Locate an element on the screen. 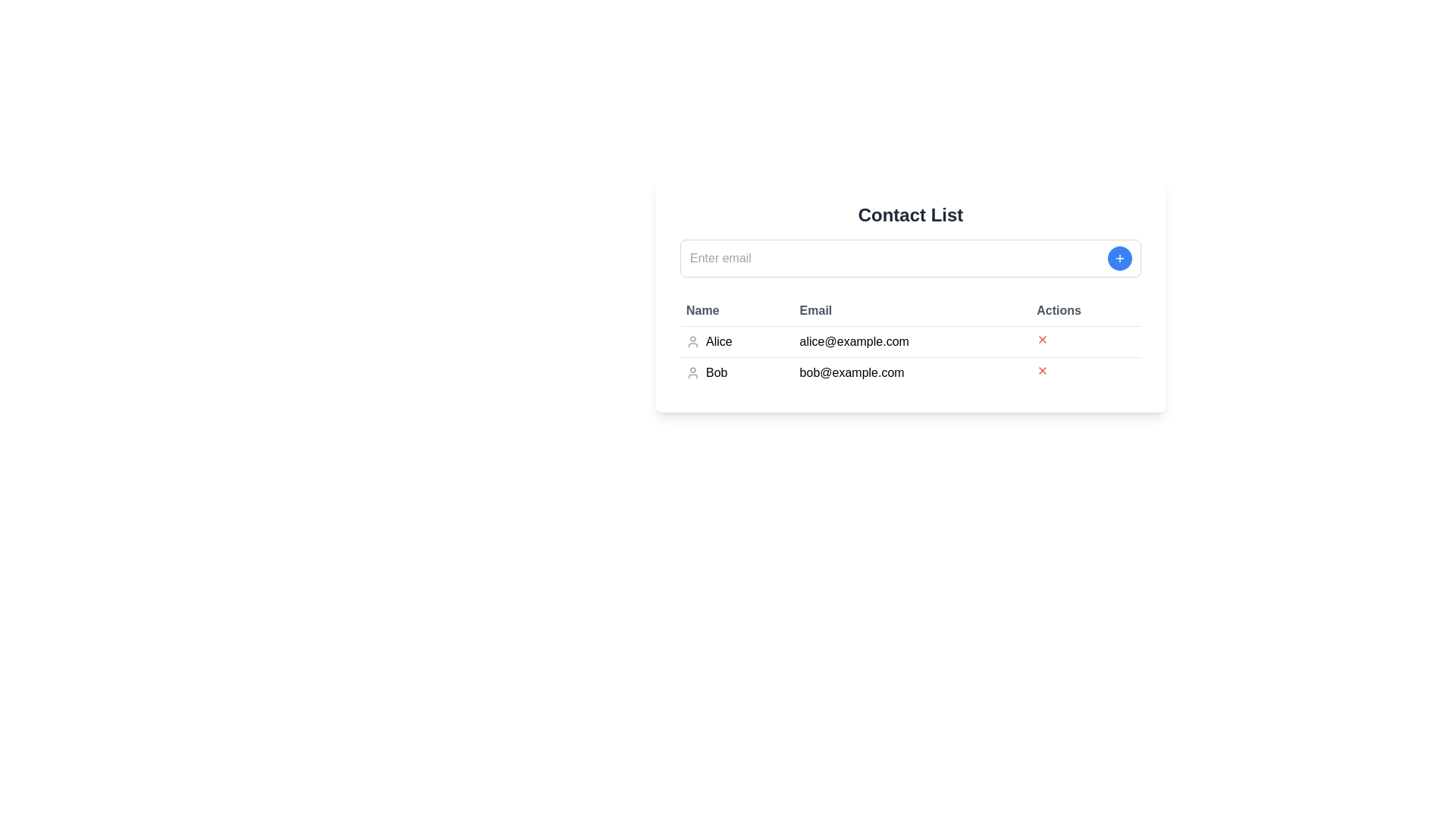 Image resolution: width=1456 pixels, height=819 pixels. the delete icon in the second row of the 'Actions' column of the 'Contact List' table is located at coordinates (1042, 371).